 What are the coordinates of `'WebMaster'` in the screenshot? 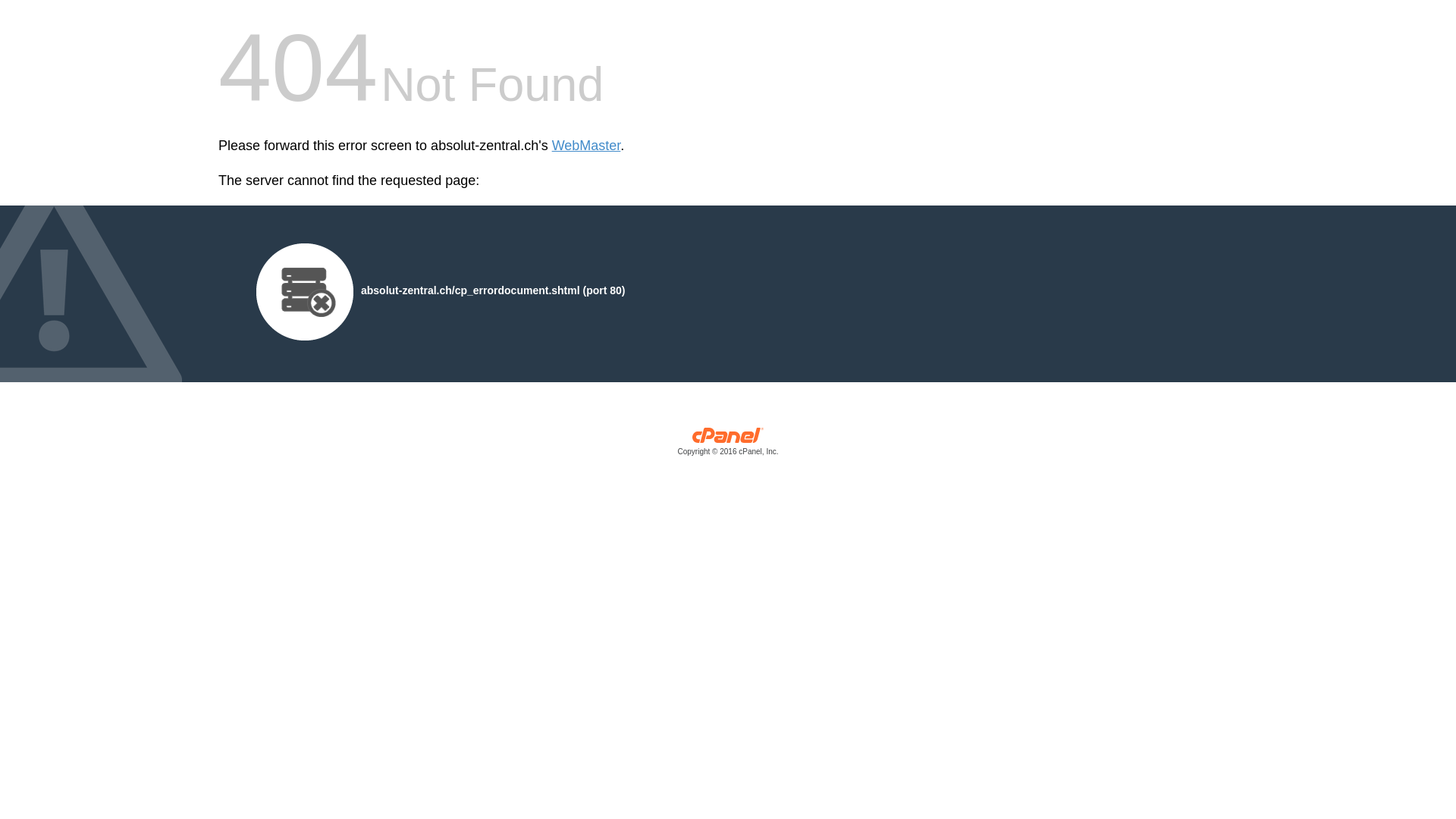 It's located at (585, 146).